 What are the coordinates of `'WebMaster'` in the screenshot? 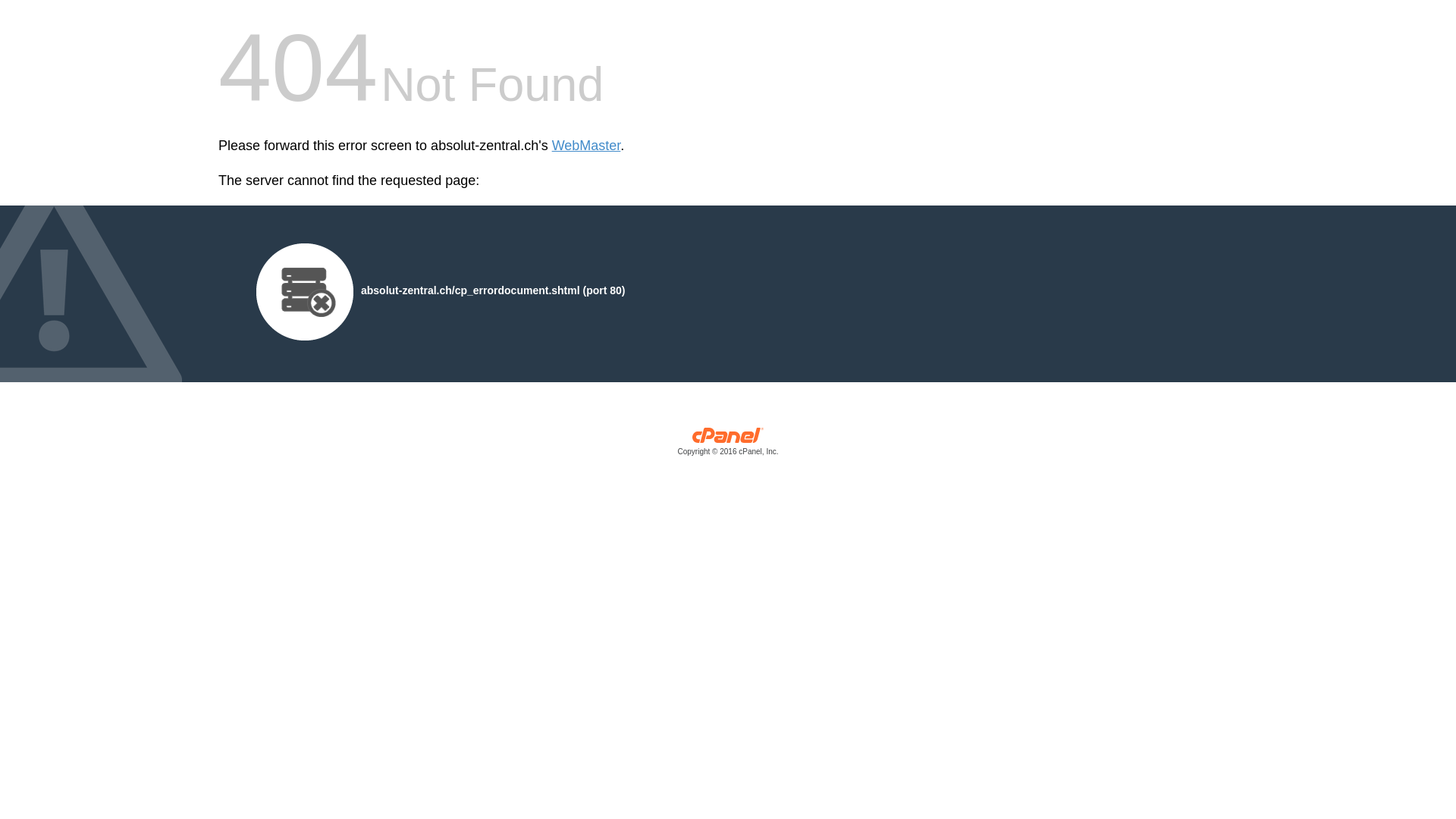 It's located at (585, 146).